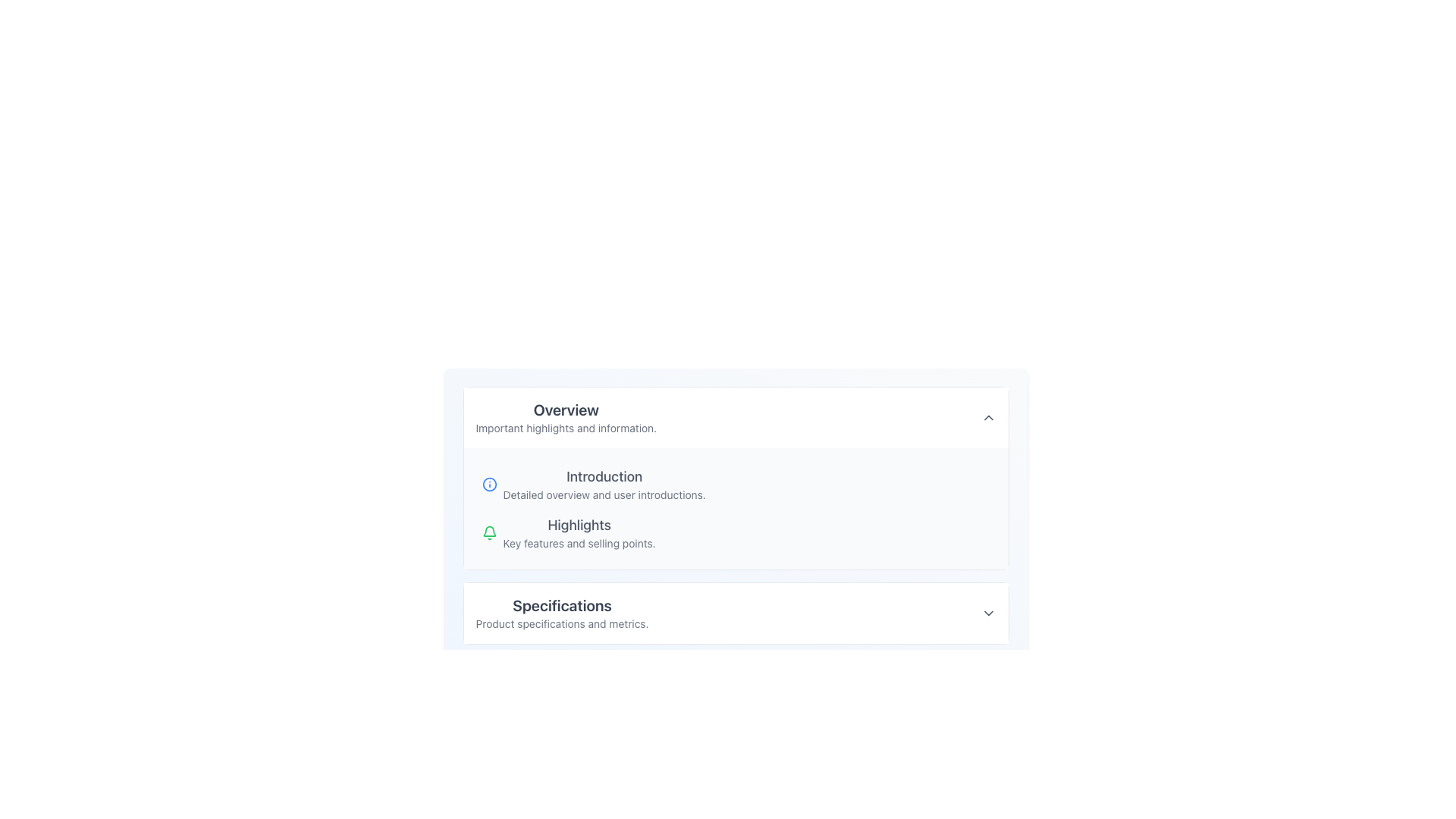  Describe the element at coordinates (579, 532) in the screenshot. I see `the 'Highlights' text block` at that location.